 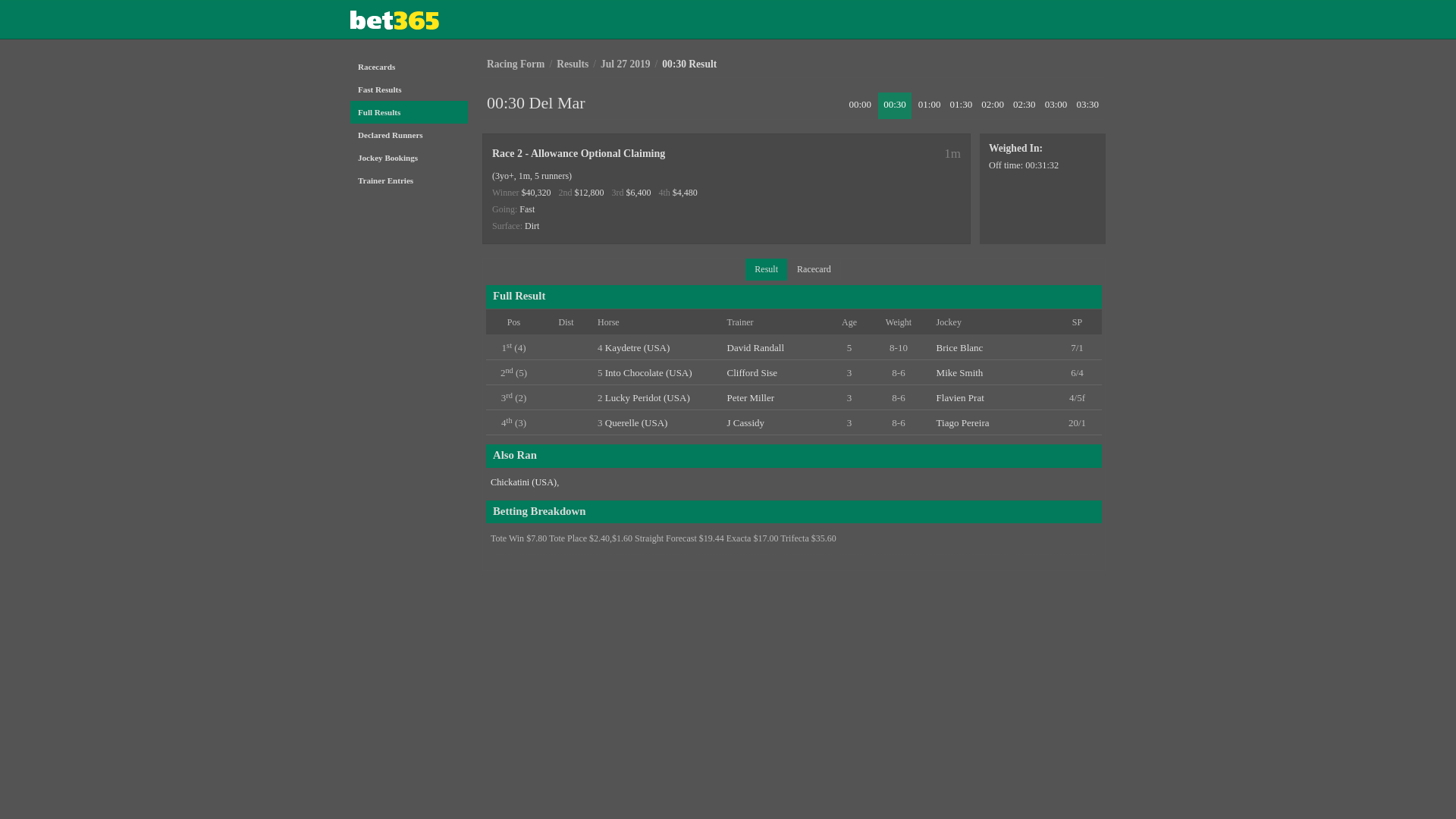 What do you see at coordinates (726, 397) in the screenshot?
I see `'Peter Miller'` at bounding box center [726, 397].